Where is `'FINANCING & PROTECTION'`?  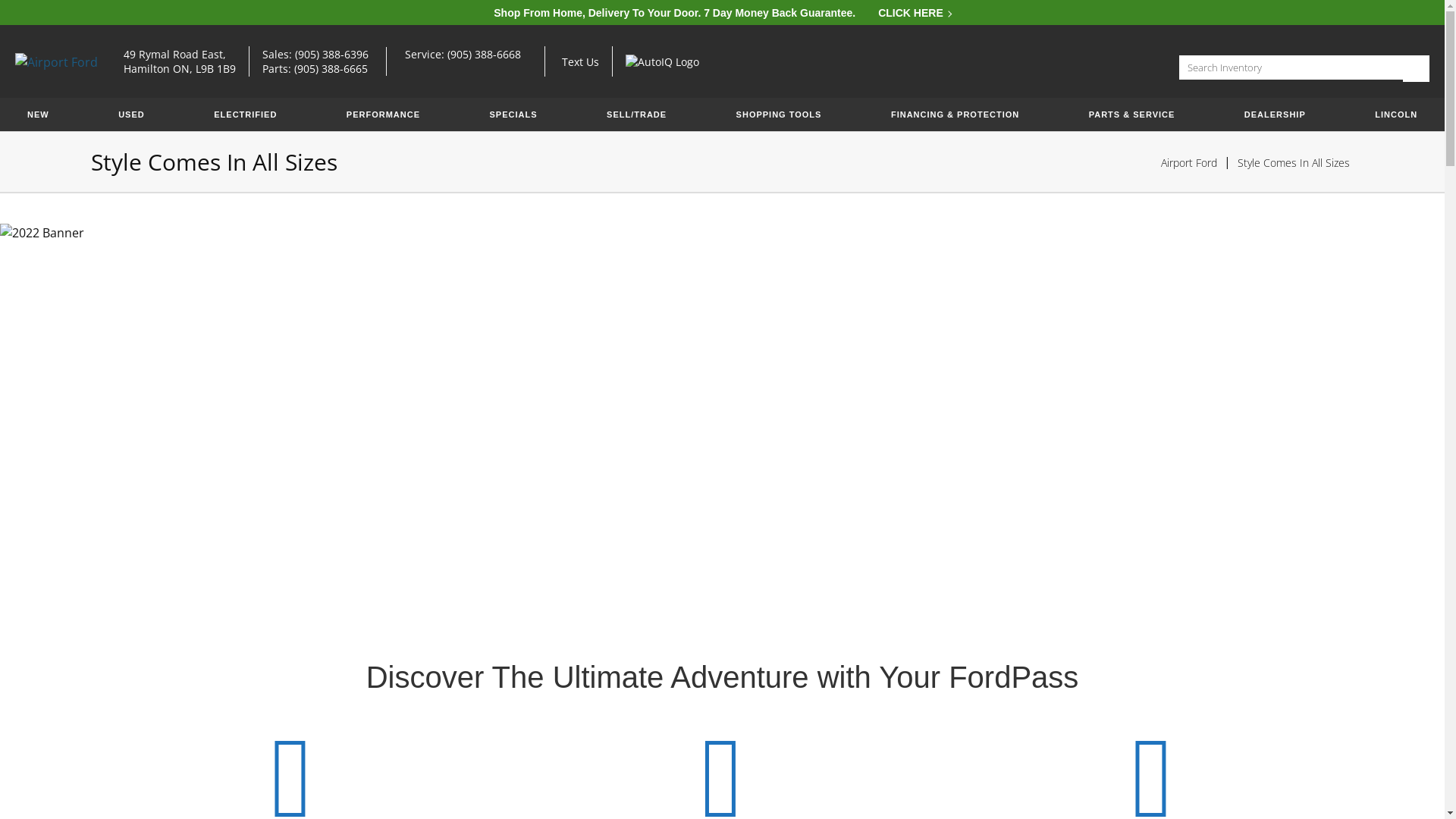 'FINANCING & PROTECTION' is located at coordinates (954, 114).